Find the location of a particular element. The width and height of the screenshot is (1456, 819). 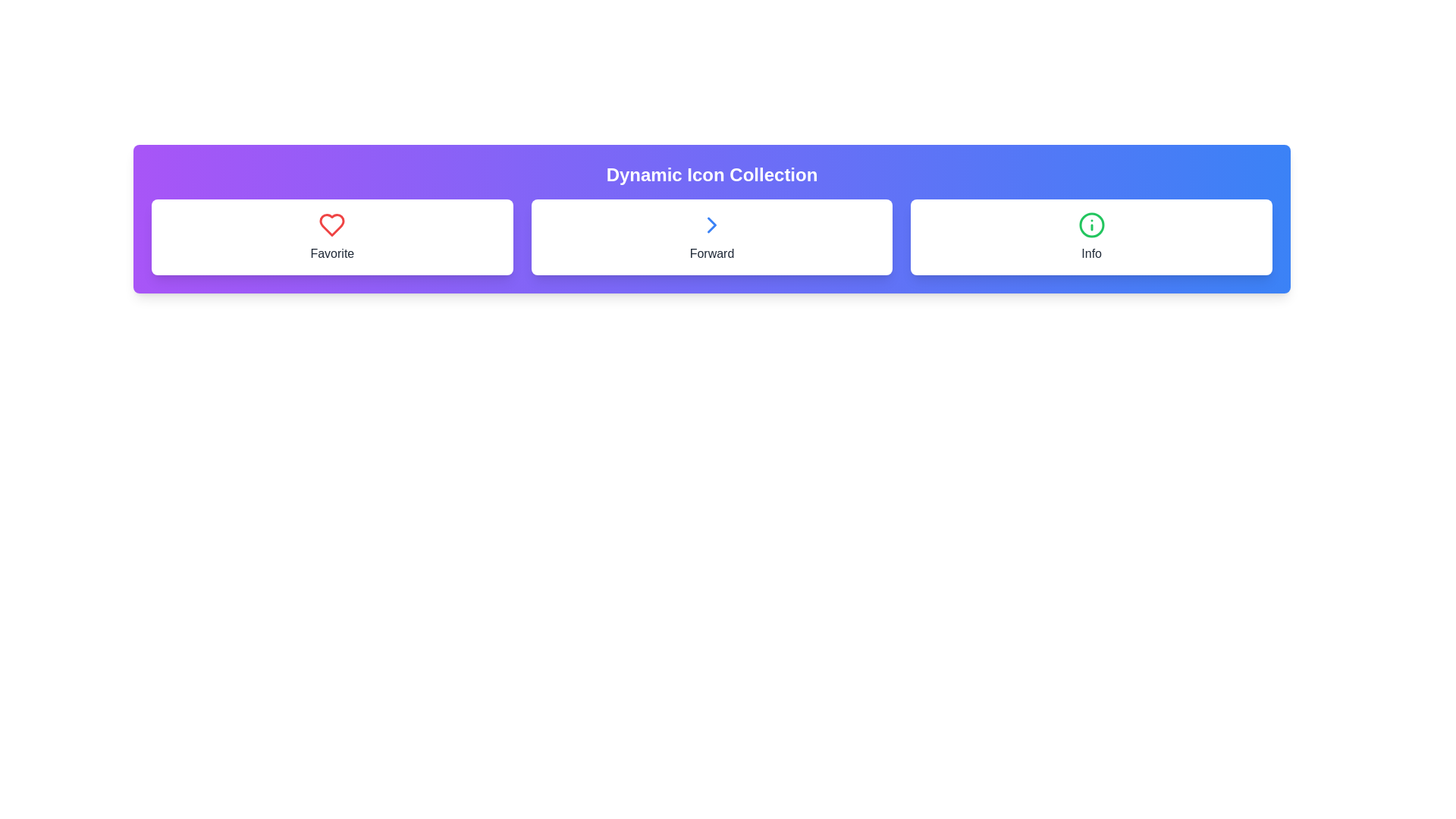

the 'Info' card element located in the 'Dynamic Icon Collection' section is located at coordinates (1090, 237).